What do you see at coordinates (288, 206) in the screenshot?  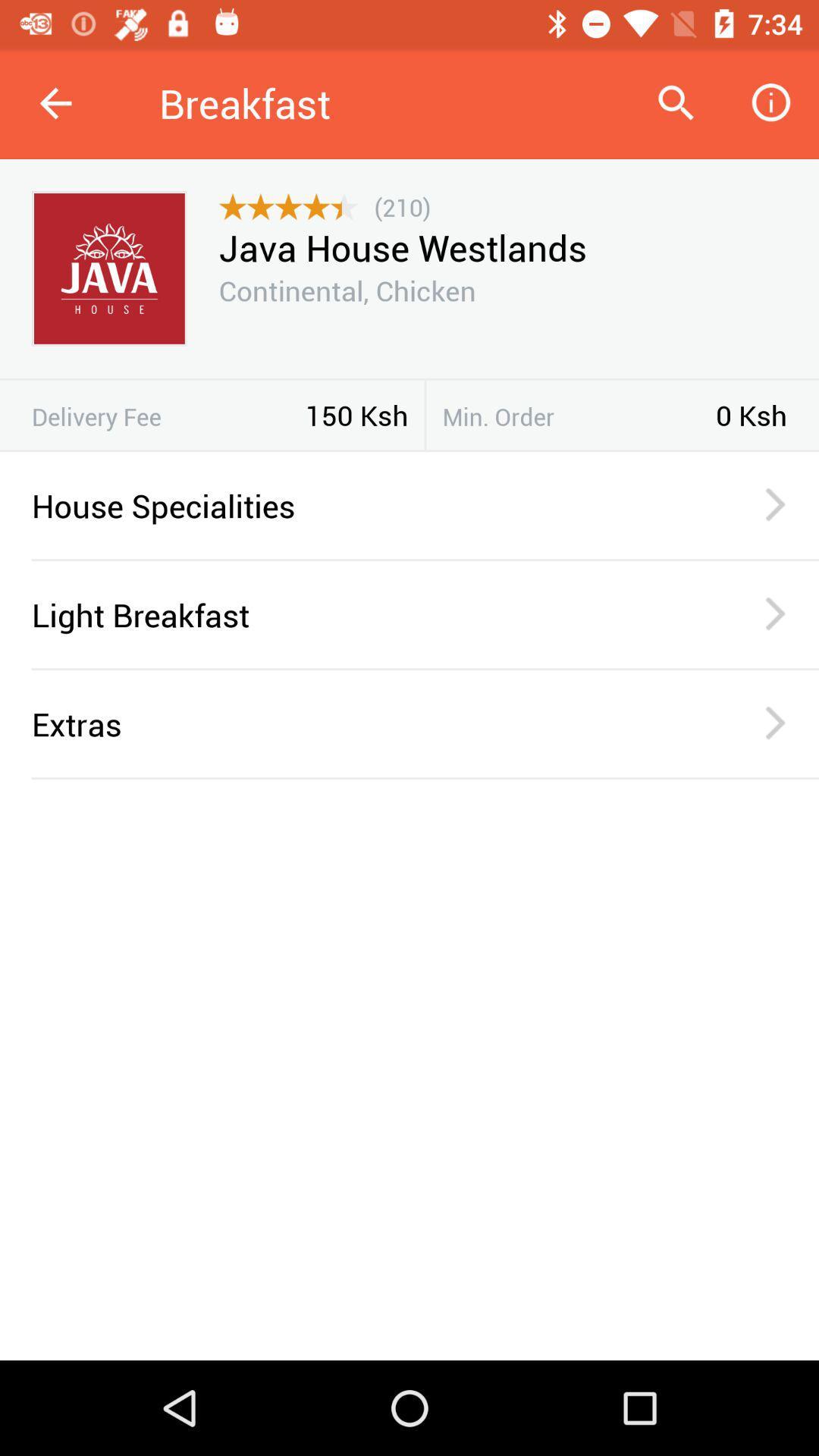 I see `the icon to the left of the (210) icon` at bounding box center [288, 206].